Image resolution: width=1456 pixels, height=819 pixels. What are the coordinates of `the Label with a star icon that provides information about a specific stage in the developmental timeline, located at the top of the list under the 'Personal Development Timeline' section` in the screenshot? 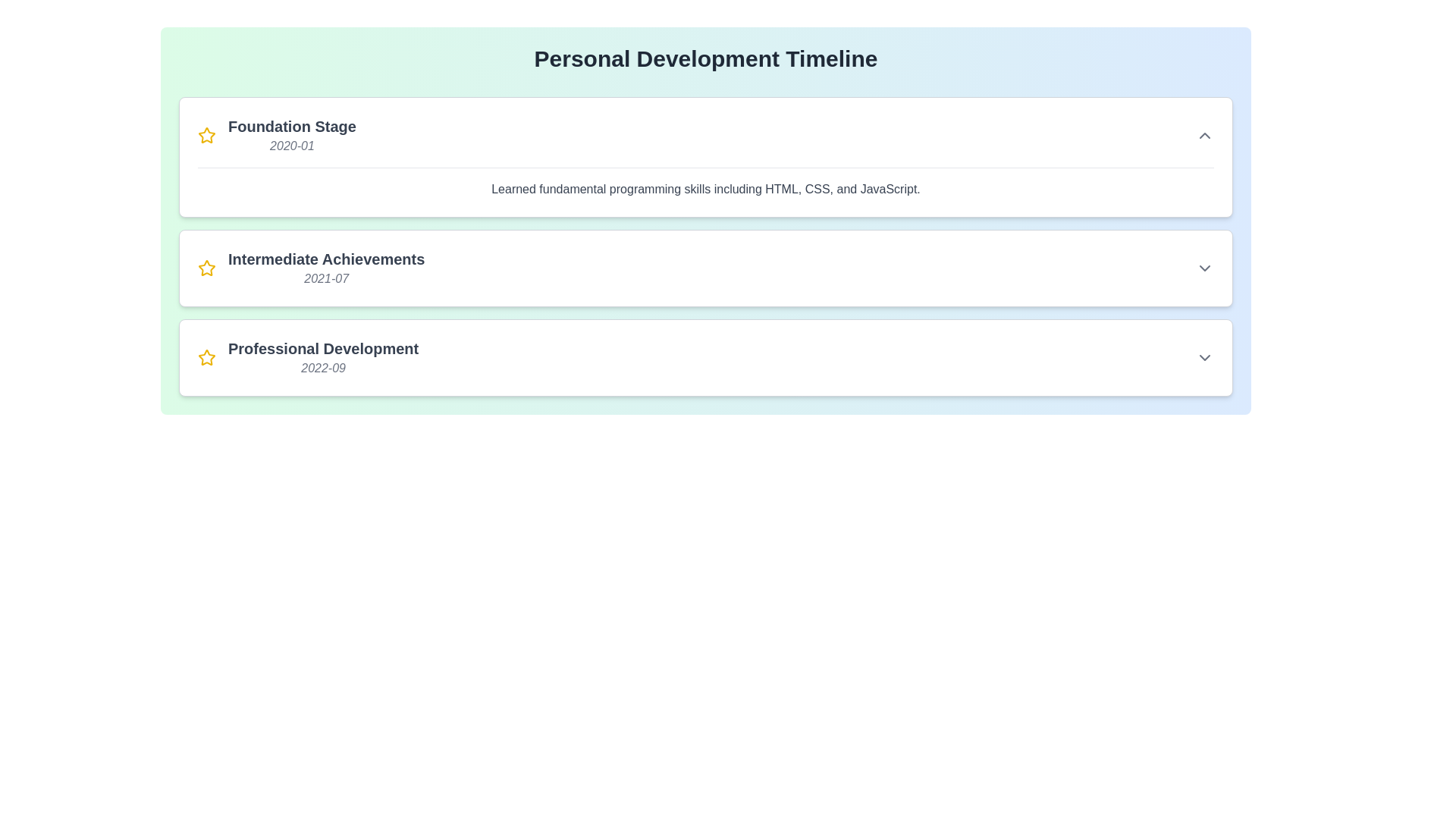 It's located at (277, 134).